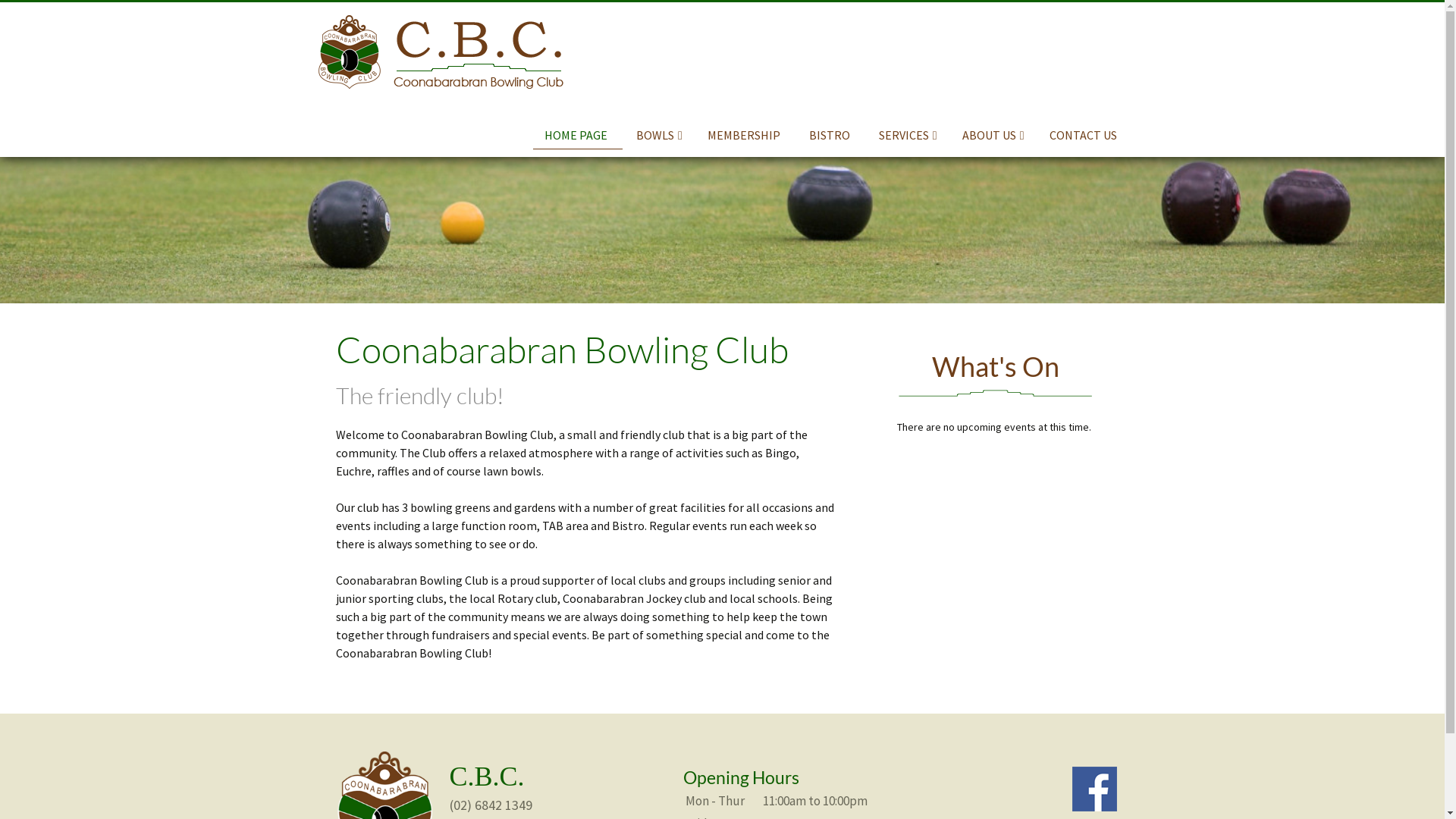 The image size is (1456, 819). I want to click on 'BISTRO', so click(830, 133).